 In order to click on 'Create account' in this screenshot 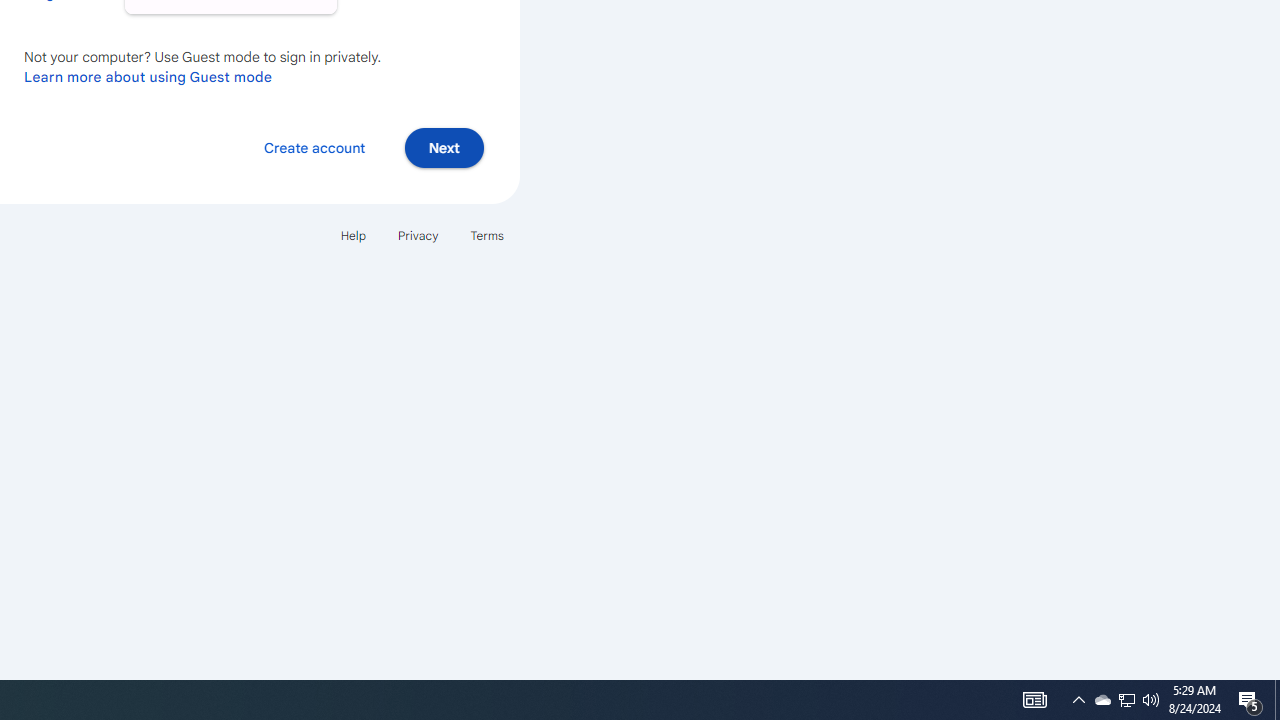, I will do `click(313, 146)`.